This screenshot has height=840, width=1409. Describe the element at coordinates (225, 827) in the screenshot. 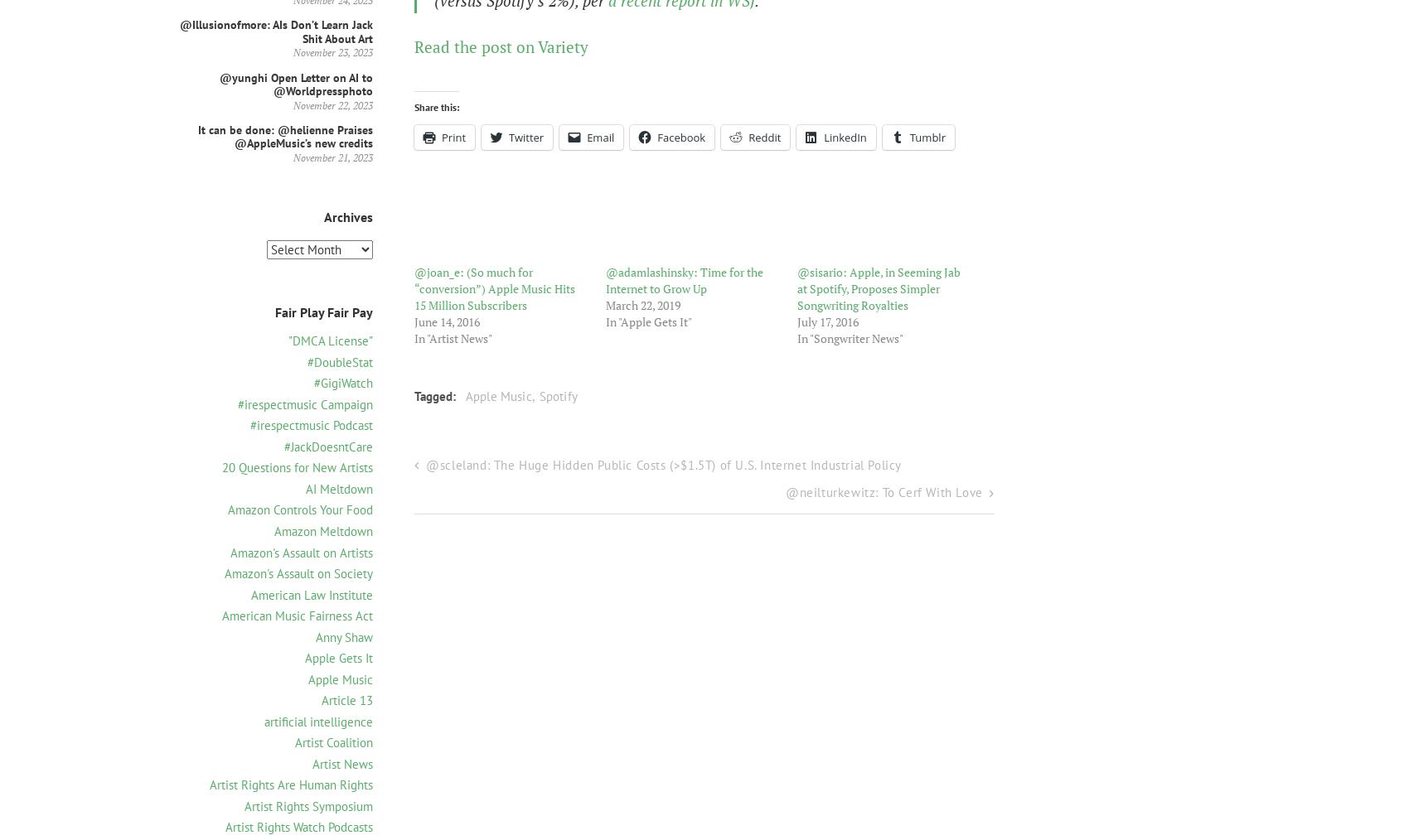

I see `'Artist Rights Watch Podcasts'` at that location.